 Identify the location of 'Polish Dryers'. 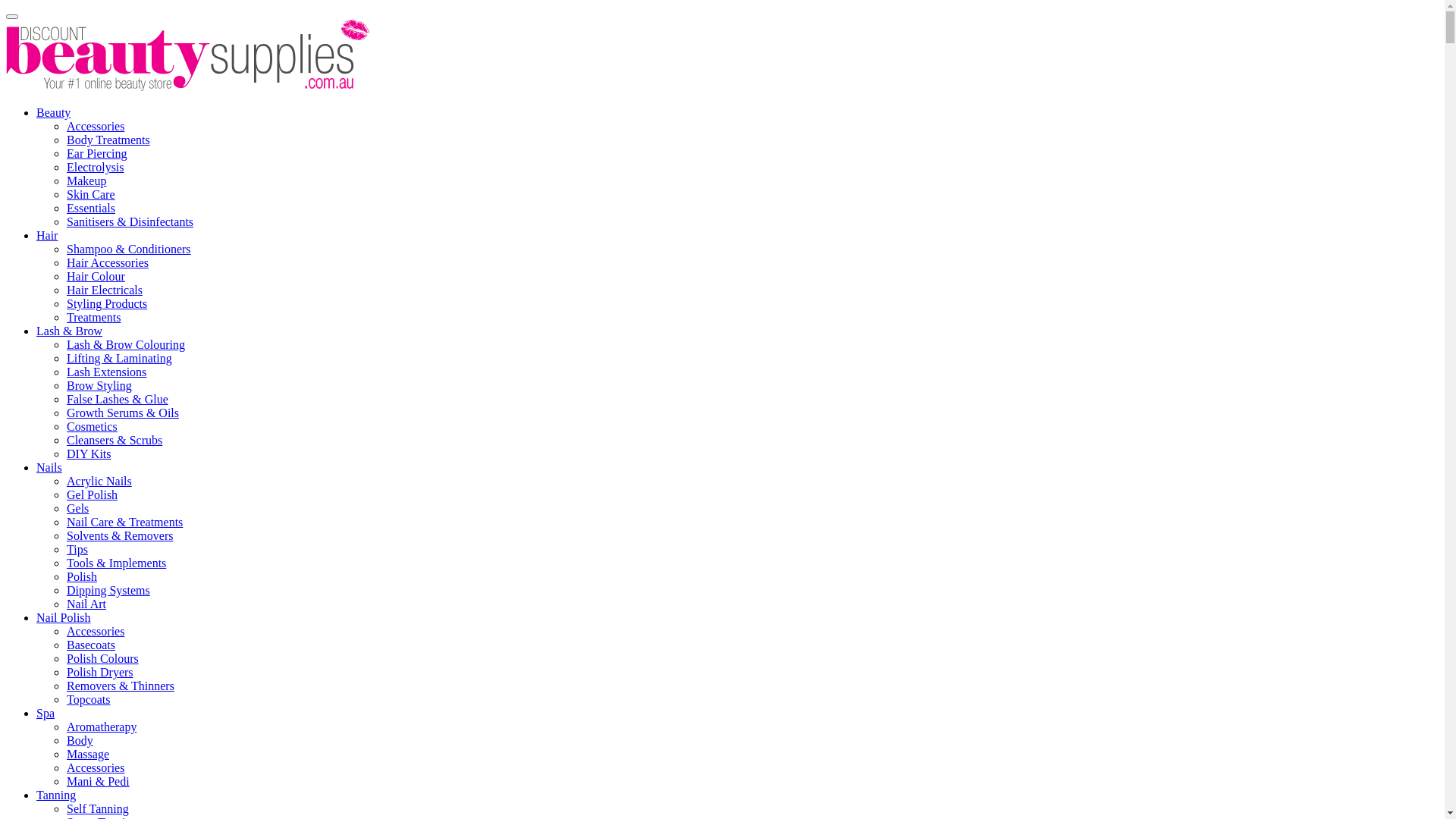
(99, 671).